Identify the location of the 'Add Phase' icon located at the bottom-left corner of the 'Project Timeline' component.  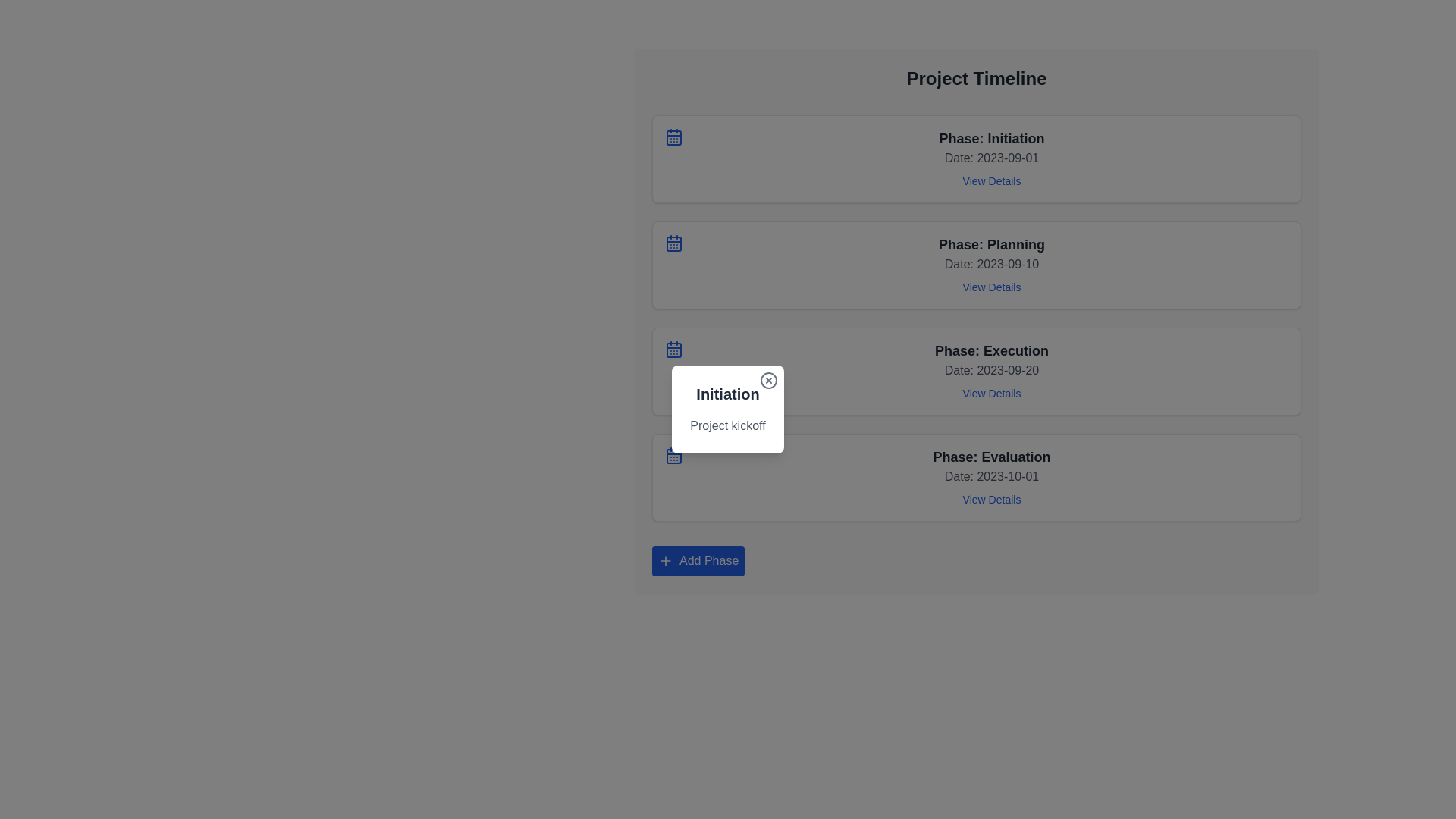
(666, 561).